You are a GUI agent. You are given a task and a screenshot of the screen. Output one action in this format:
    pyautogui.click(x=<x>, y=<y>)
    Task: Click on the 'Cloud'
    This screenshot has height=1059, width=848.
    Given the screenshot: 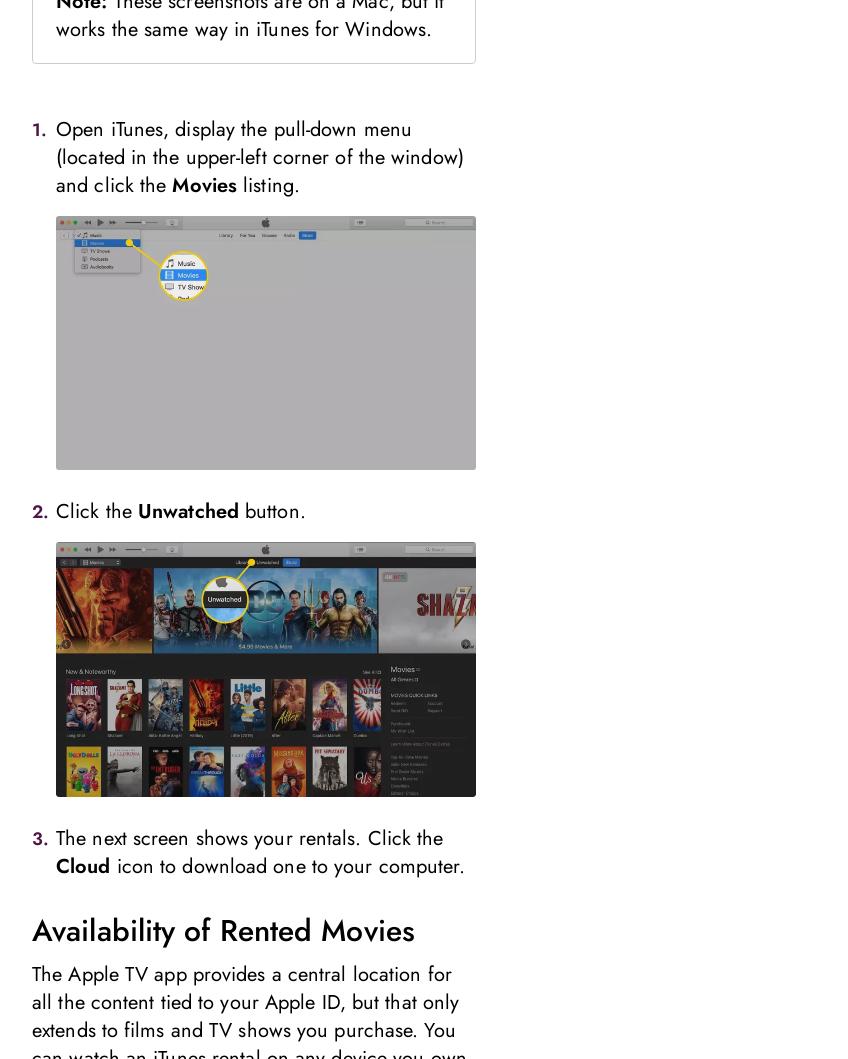 What is the action you would take?
    pyautogui.click(x=55, y=866)
    